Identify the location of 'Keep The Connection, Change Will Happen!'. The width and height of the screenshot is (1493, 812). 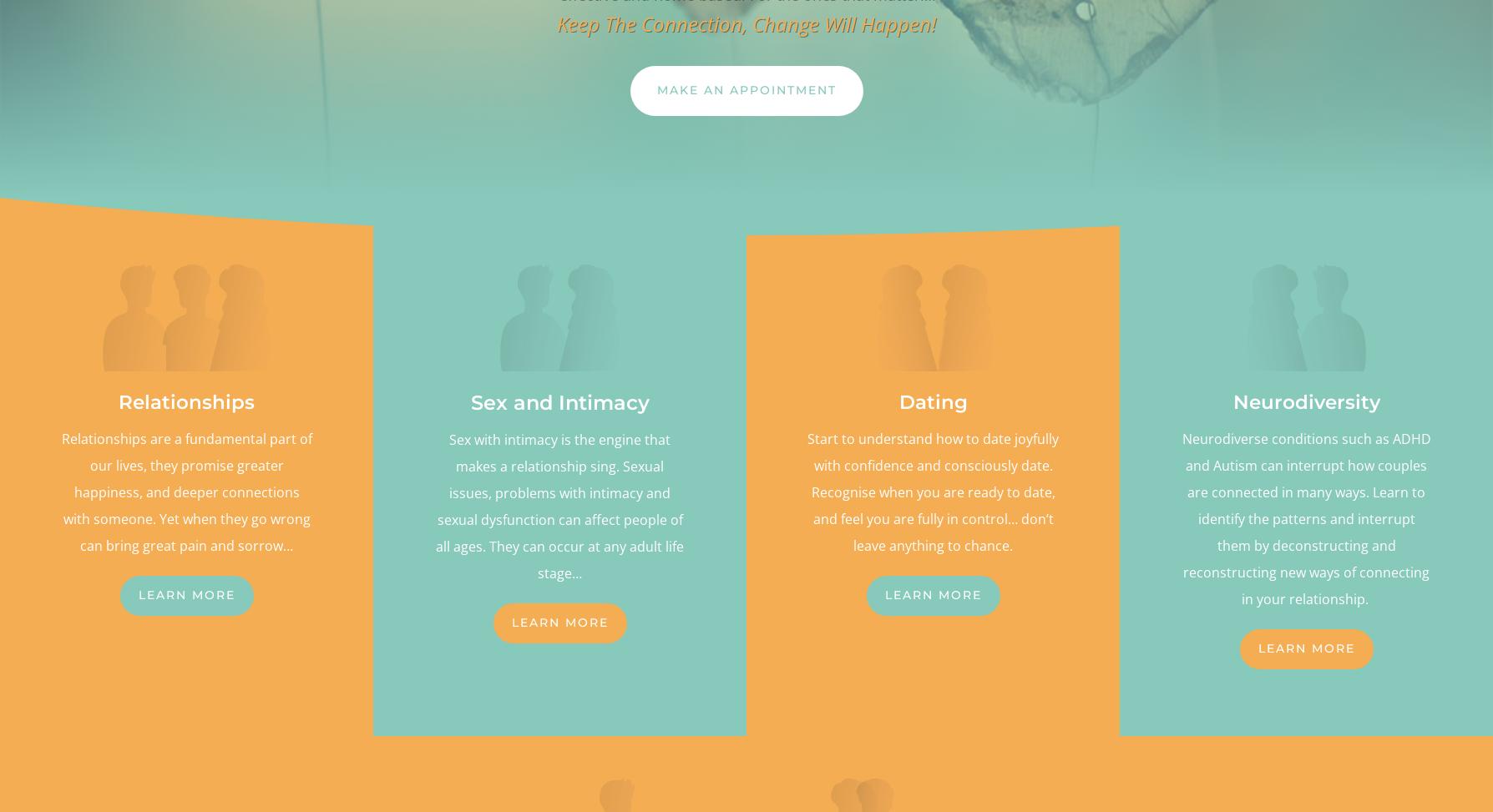
(556, 23).